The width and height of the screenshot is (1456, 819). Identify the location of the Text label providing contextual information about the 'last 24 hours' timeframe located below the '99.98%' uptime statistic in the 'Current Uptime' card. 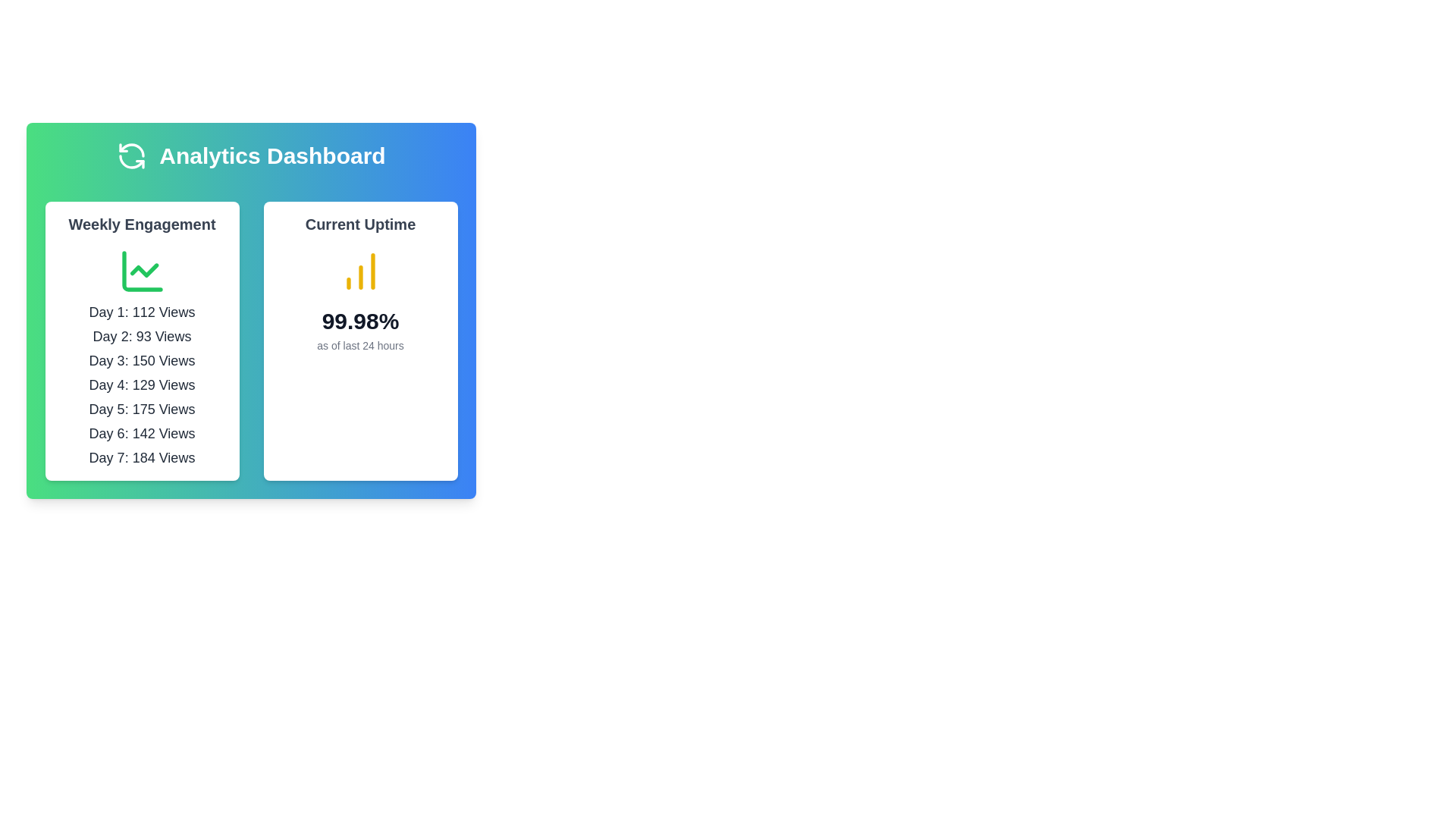
(359, 345).